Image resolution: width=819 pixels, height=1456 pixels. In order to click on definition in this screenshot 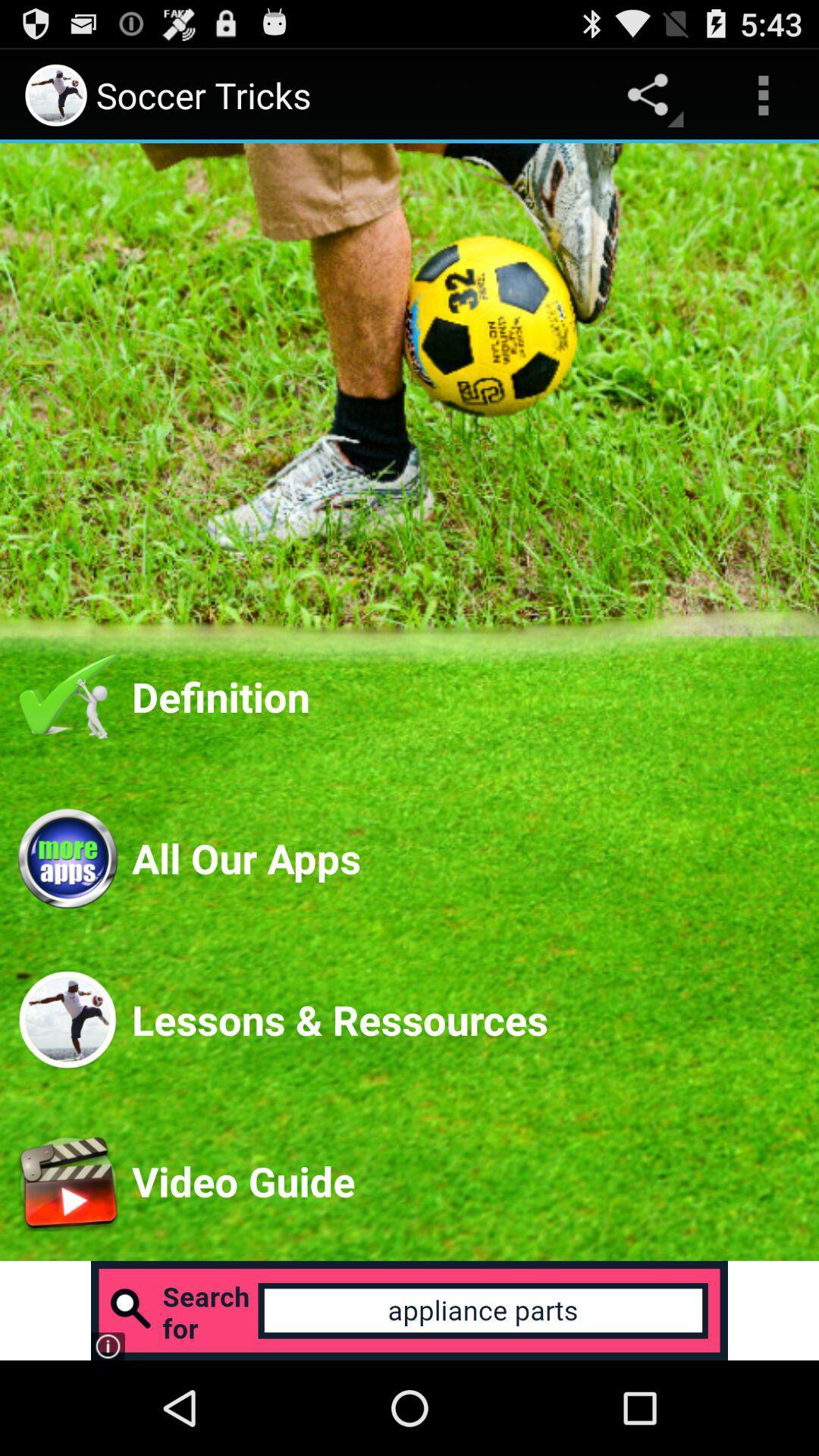, I will do `click(465, 695)`.